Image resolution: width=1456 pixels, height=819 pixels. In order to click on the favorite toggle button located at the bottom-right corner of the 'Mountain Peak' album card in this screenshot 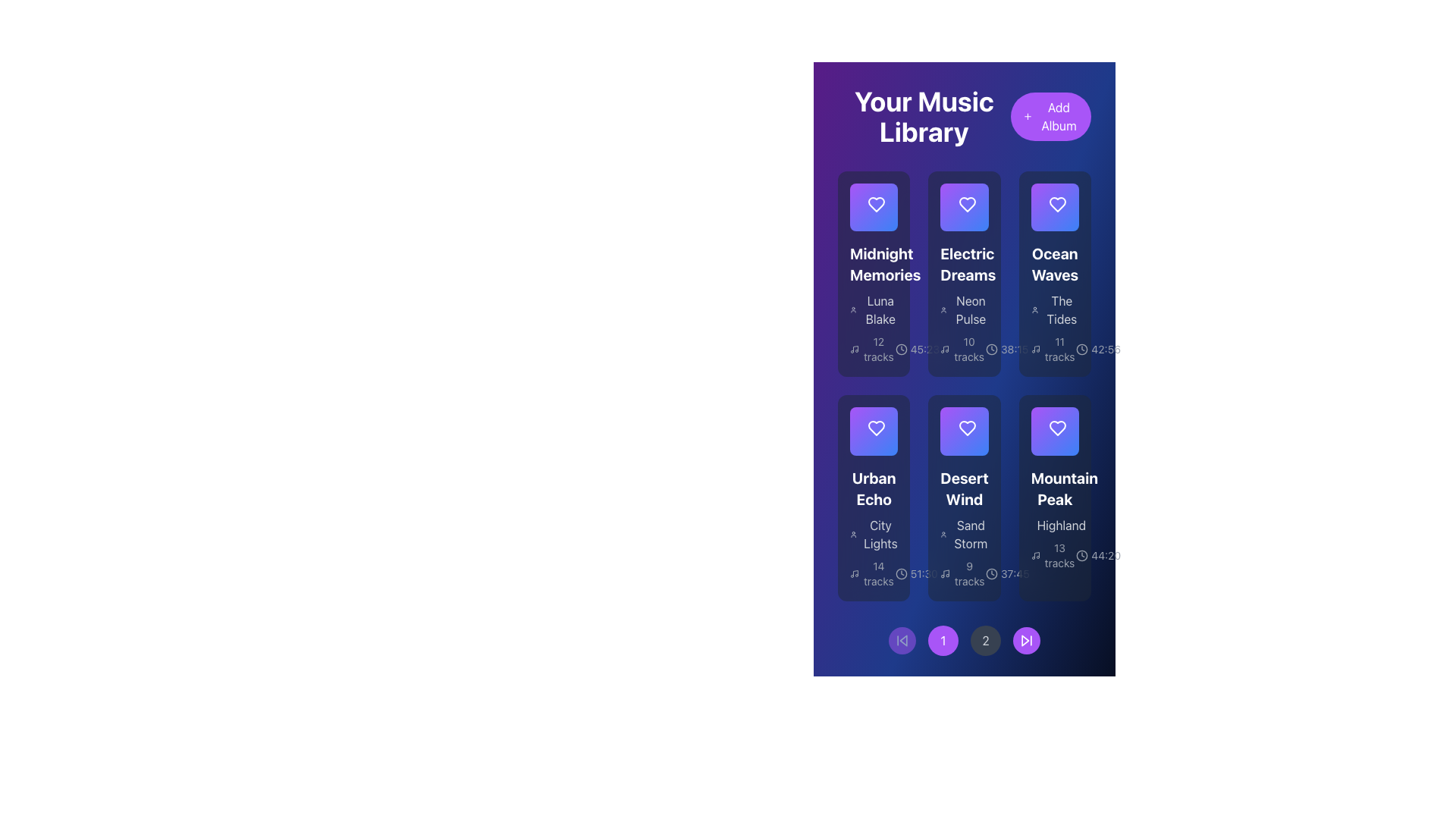, I will do `click(1054, 431)`.